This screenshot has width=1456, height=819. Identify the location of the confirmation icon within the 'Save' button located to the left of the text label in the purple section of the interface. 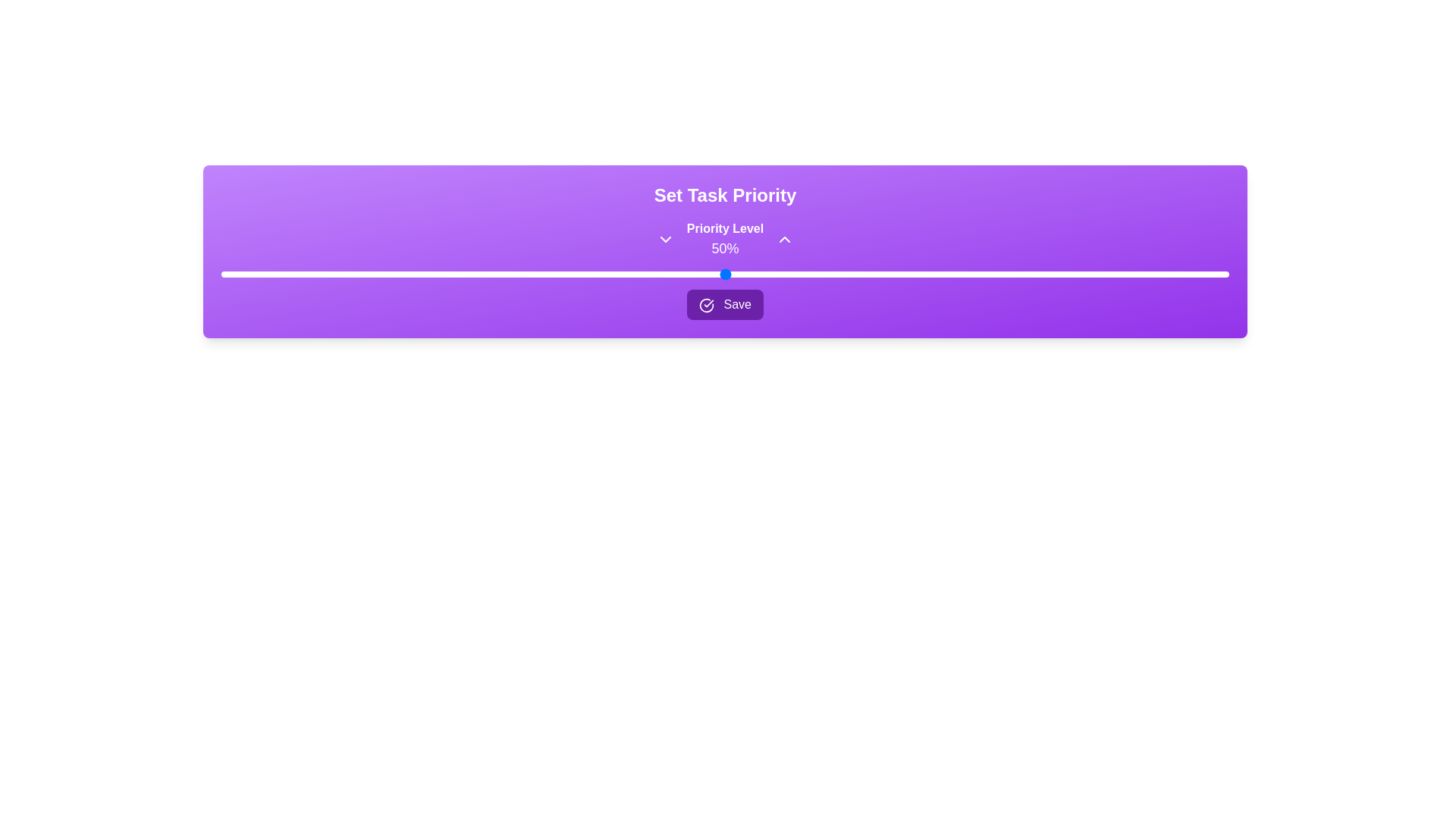
(705, 305).